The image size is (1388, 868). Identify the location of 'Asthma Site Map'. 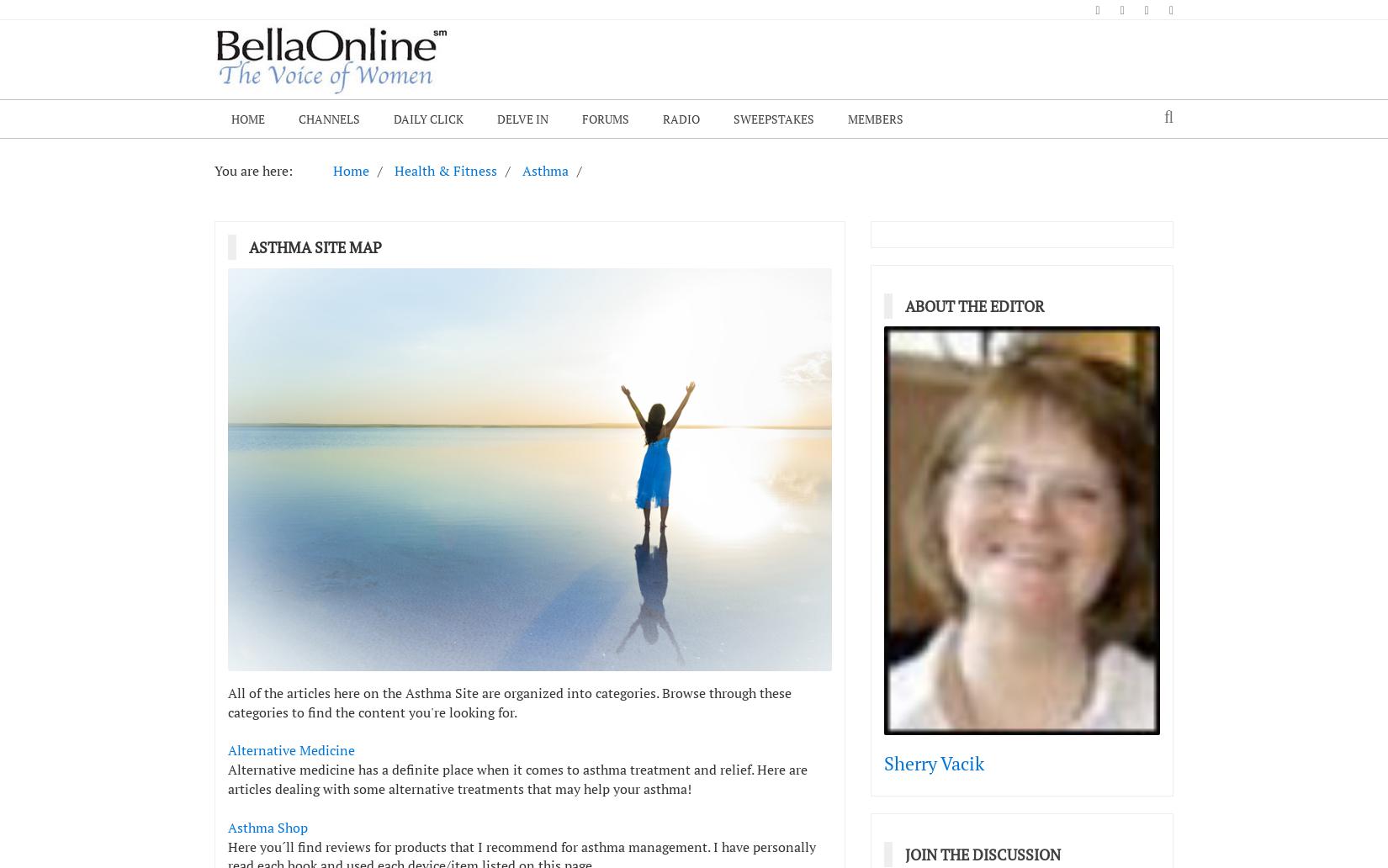
(315, 246).